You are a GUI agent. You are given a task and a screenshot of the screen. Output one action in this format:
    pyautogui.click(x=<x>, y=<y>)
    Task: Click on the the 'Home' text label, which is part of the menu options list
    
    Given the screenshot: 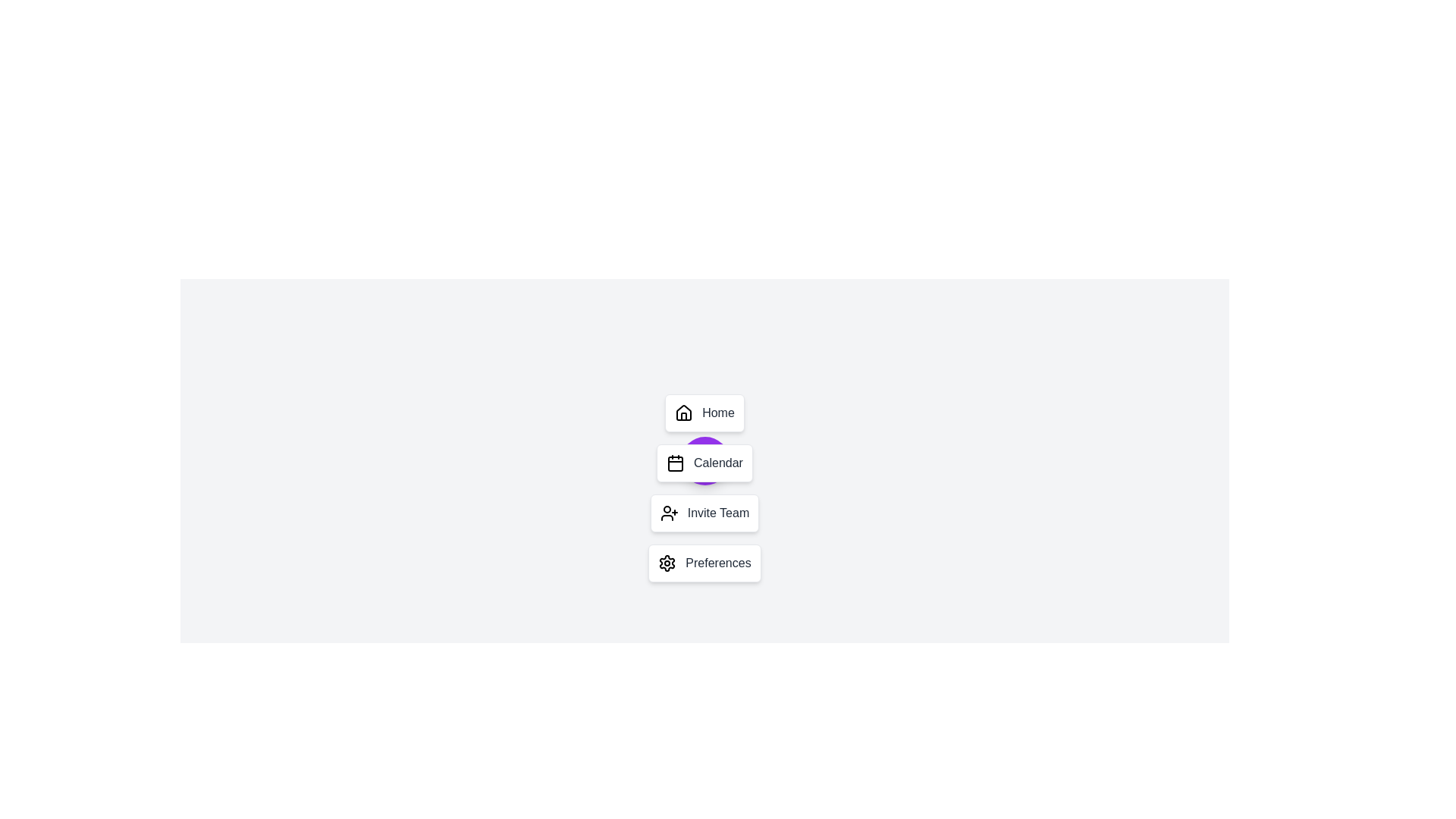 What is the action you would take?
    pyautogui.click(x=717, y=413)
    